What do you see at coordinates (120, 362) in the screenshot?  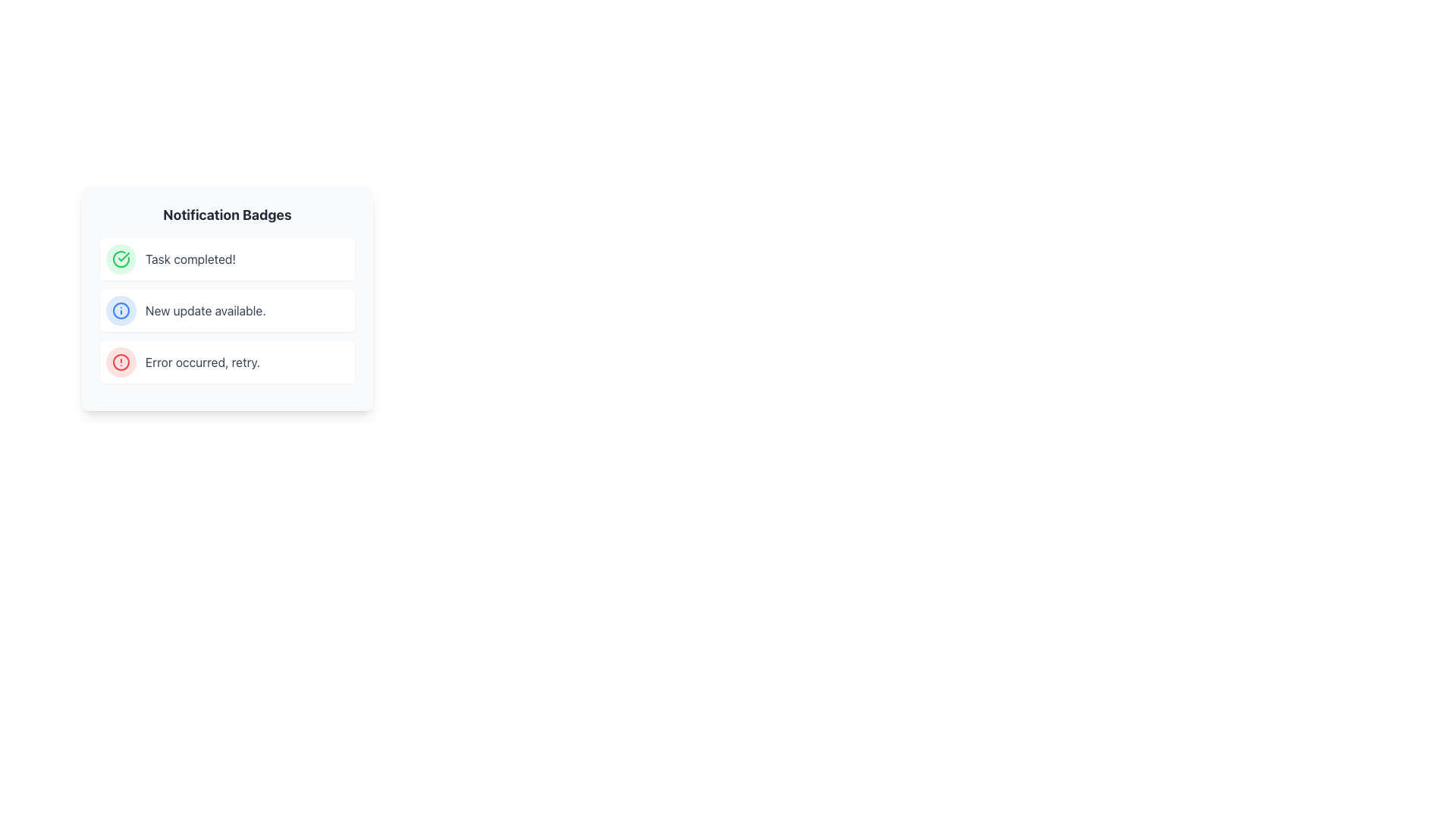 I see `the circular graphical icon with a red stroke and white fill, which is the third notification item in the list, positioned to the left of the text 'Error occurred, retry.'` at bounding box center [120, 362].